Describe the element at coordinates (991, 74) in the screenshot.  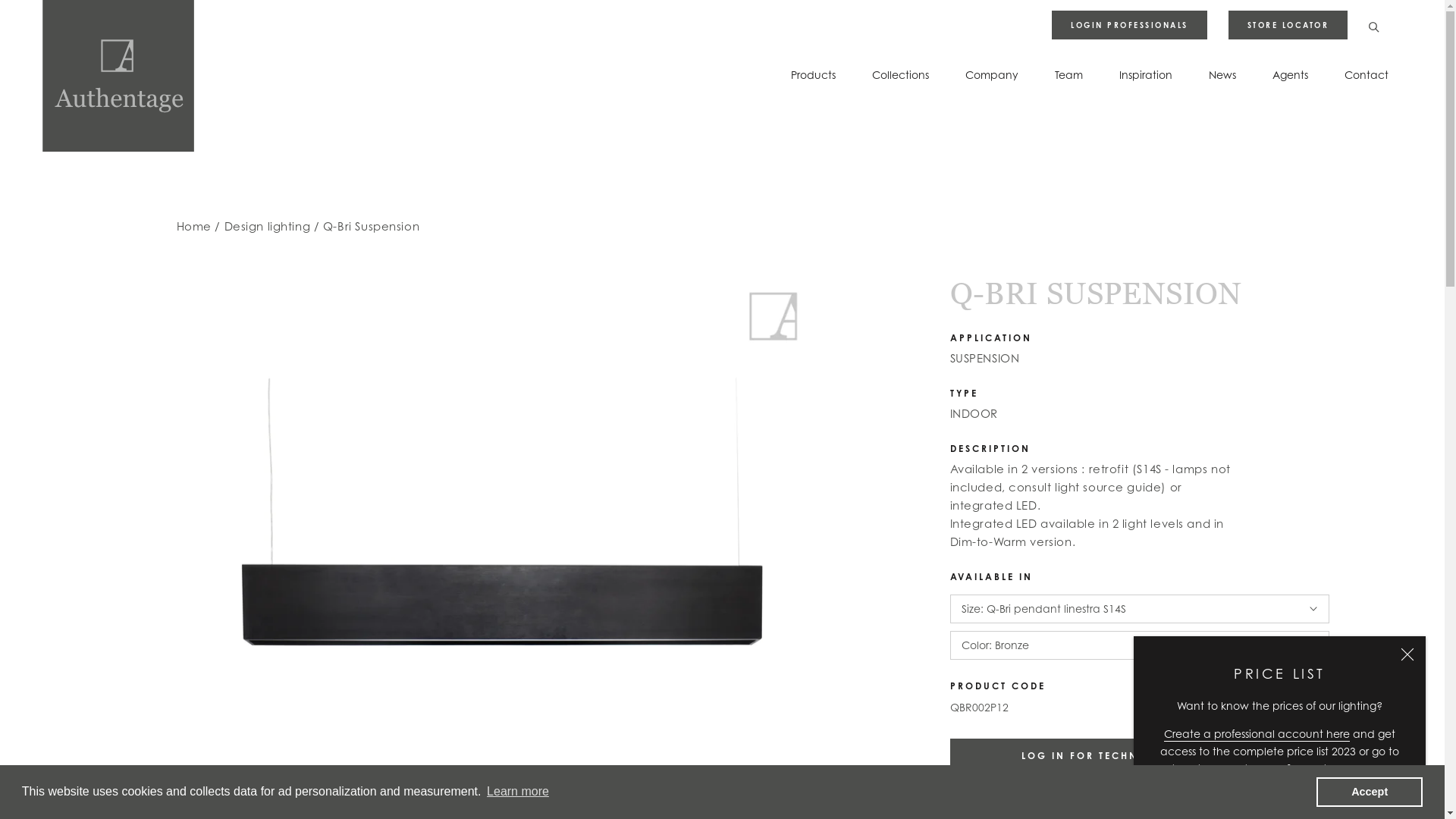
I see `'Company` at that location.